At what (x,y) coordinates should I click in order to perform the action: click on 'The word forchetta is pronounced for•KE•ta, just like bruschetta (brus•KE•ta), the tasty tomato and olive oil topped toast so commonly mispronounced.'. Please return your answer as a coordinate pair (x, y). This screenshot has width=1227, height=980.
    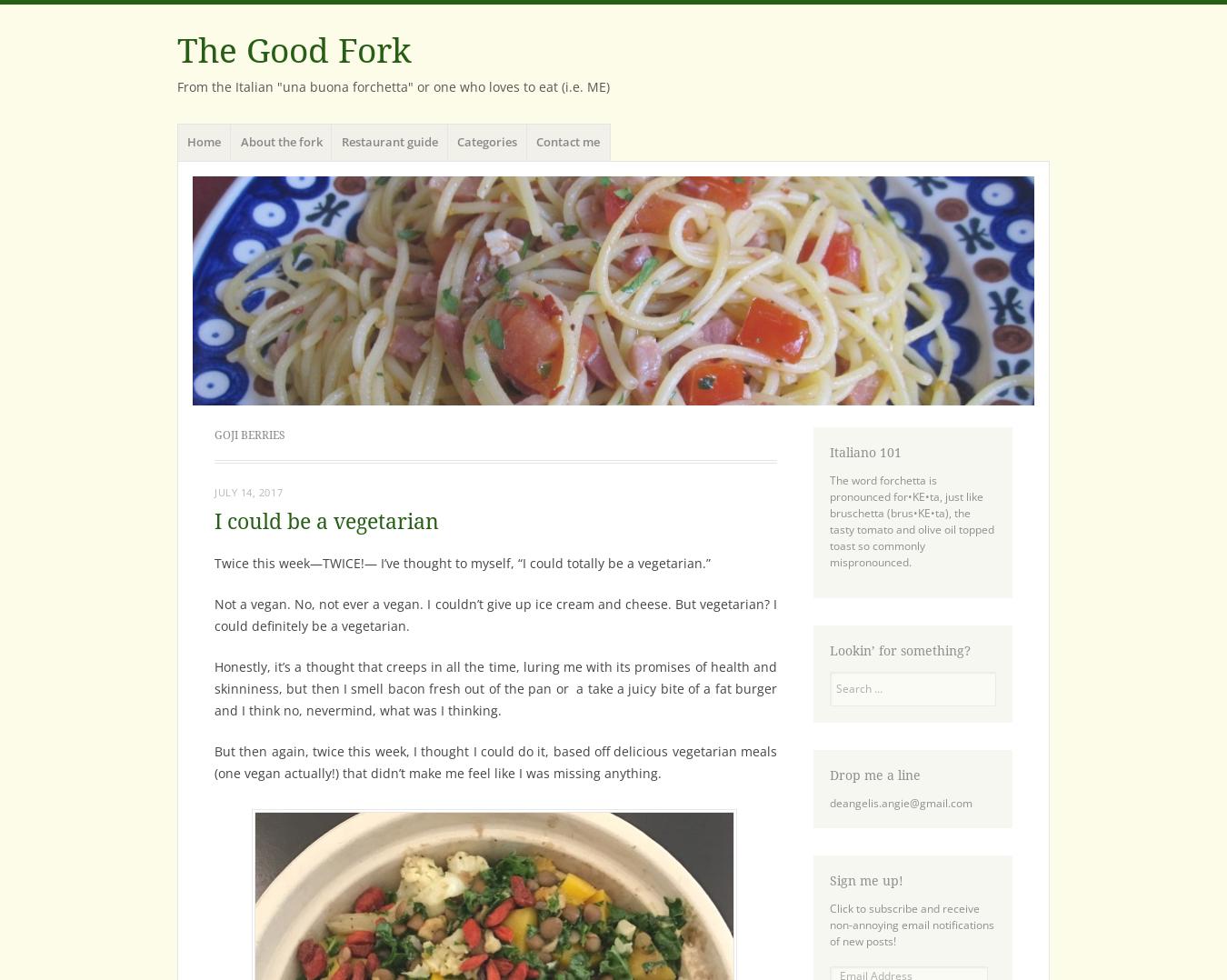
    Looking at the image, I should click on (910, 520).